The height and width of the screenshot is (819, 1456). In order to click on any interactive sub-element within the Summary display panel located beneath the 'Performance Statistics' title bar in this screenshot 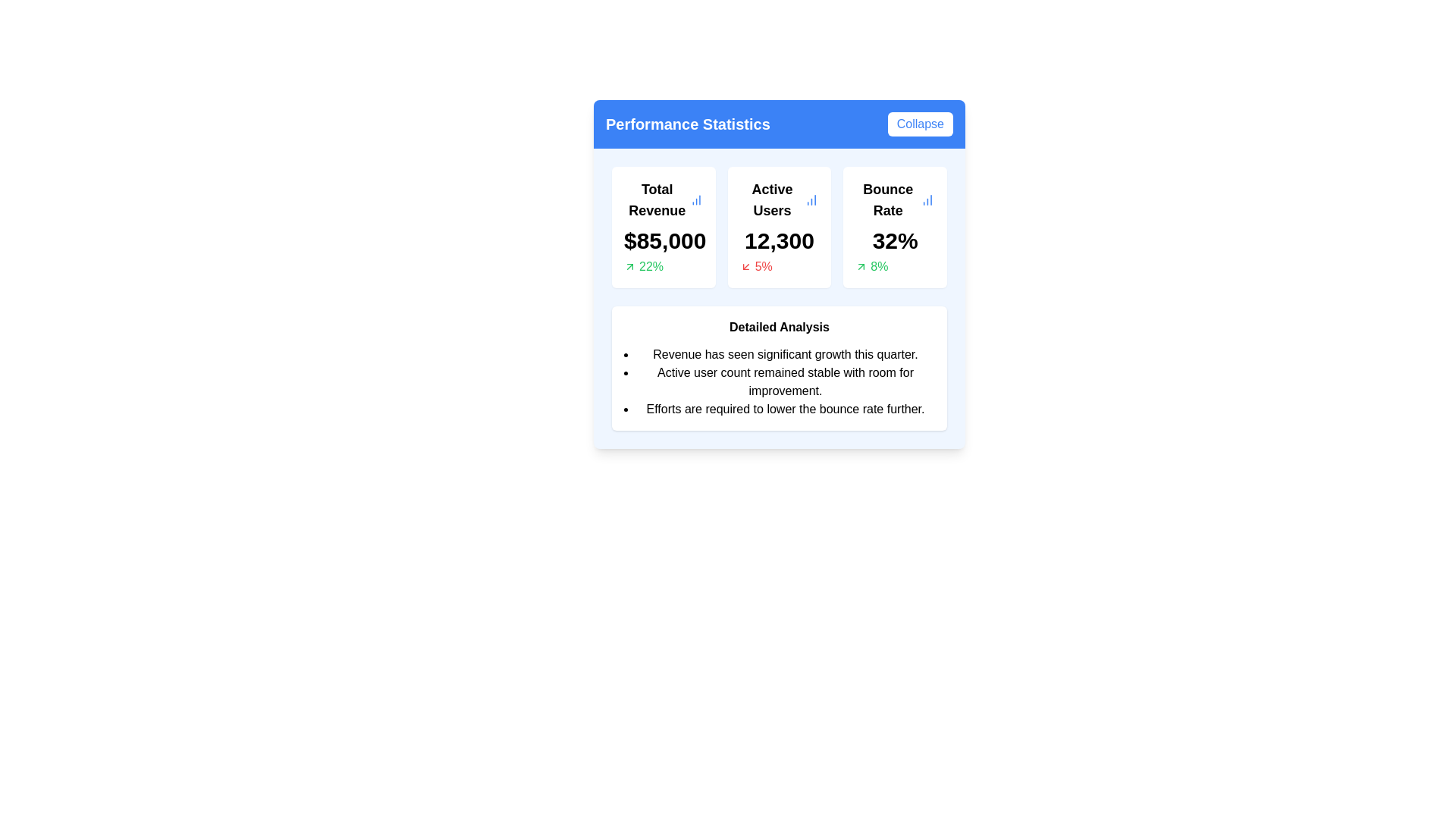, I will do `click(779, 227)`.